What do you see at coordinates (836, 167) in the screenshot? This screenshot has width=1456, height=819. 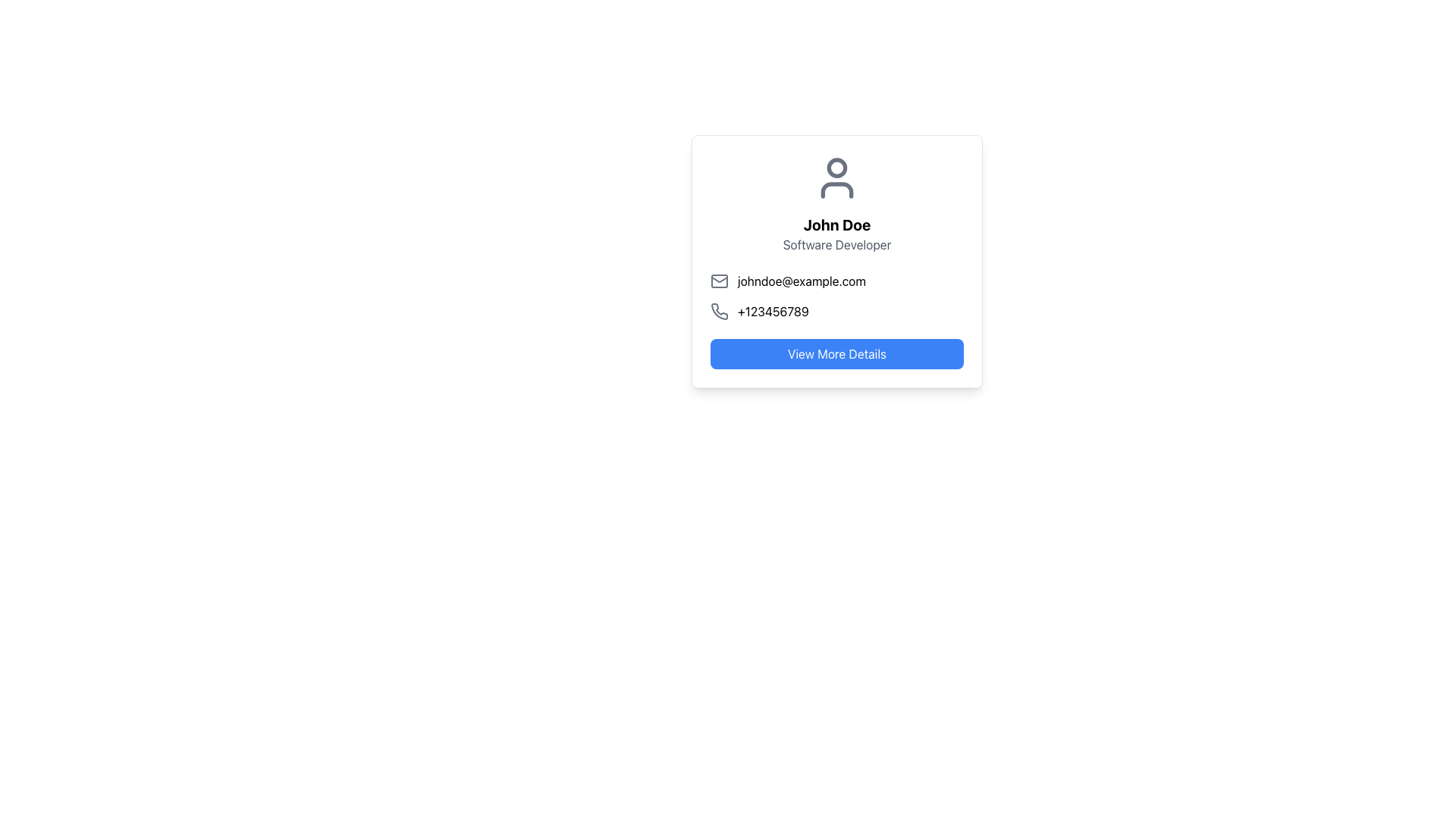 I see `the circular element that represents the user's head in the avatar icon located at the top of the contact card layout` at bounding box center [836, 167].